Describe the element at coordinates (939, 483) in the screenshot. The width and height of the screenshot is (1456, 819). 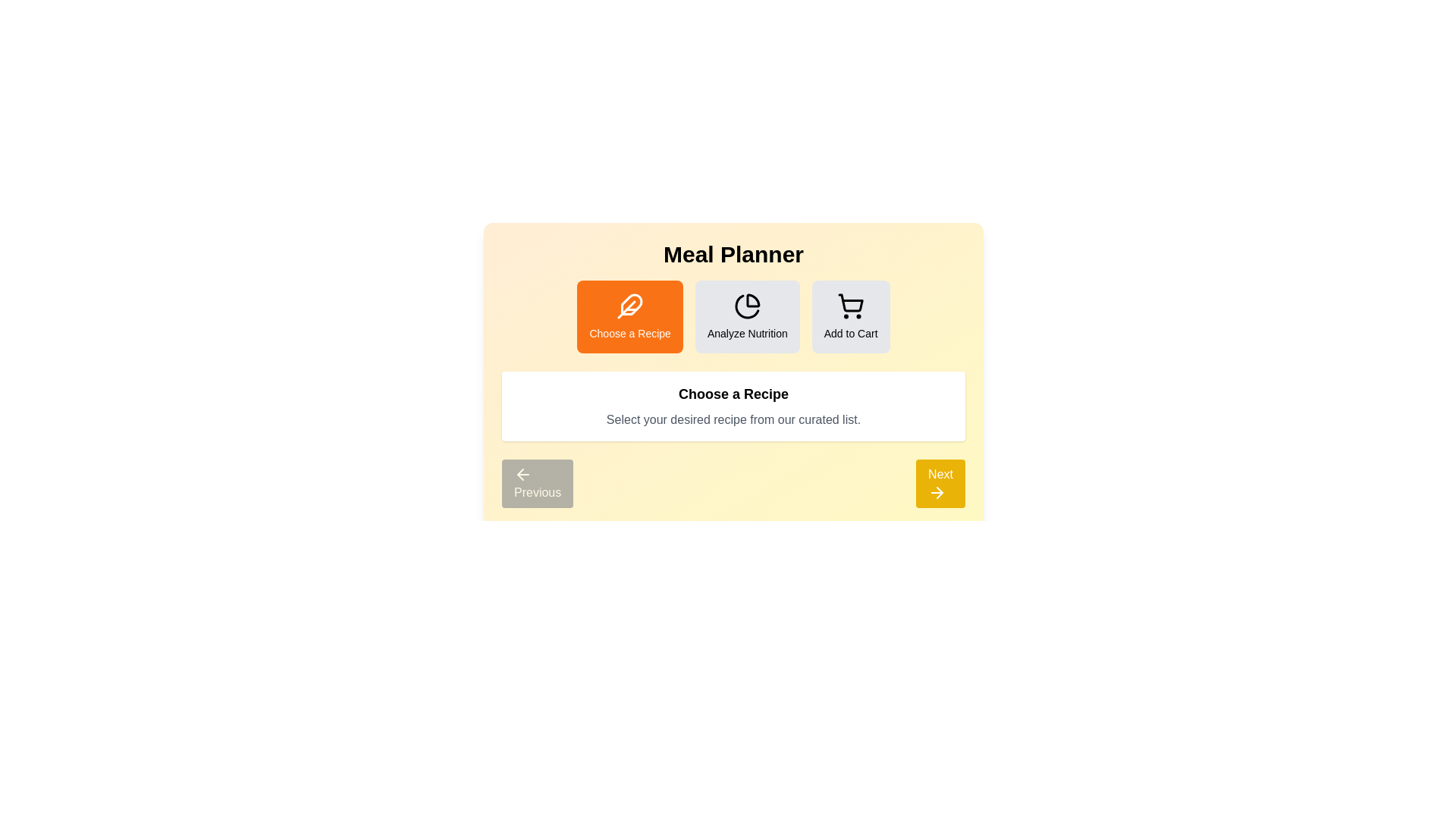
I see `the 'Next' button to navigate to the next step` at that location.